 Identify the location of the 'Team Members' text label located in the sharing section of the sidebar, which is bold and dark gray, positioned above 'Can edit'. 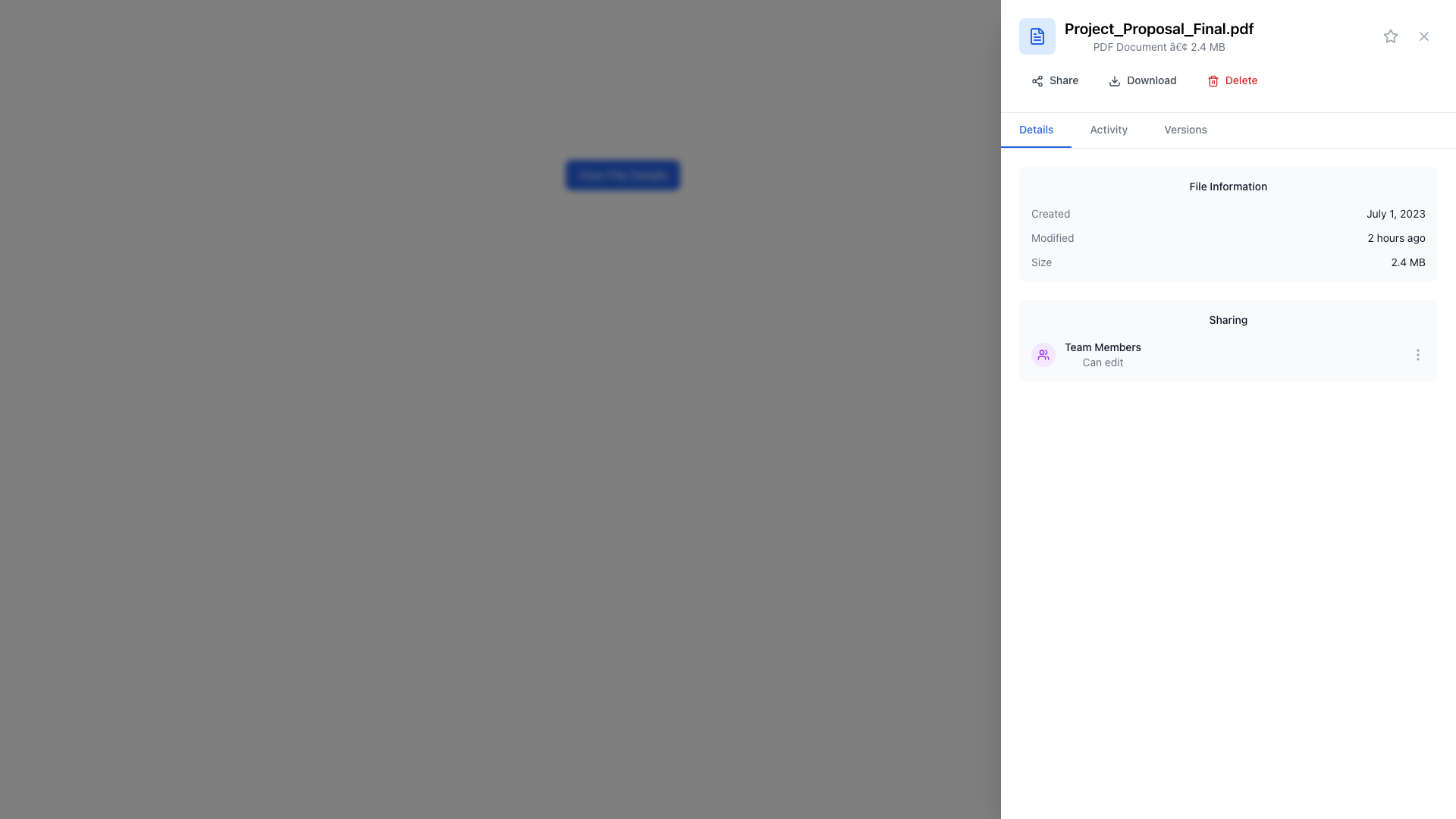
(1103, 347).